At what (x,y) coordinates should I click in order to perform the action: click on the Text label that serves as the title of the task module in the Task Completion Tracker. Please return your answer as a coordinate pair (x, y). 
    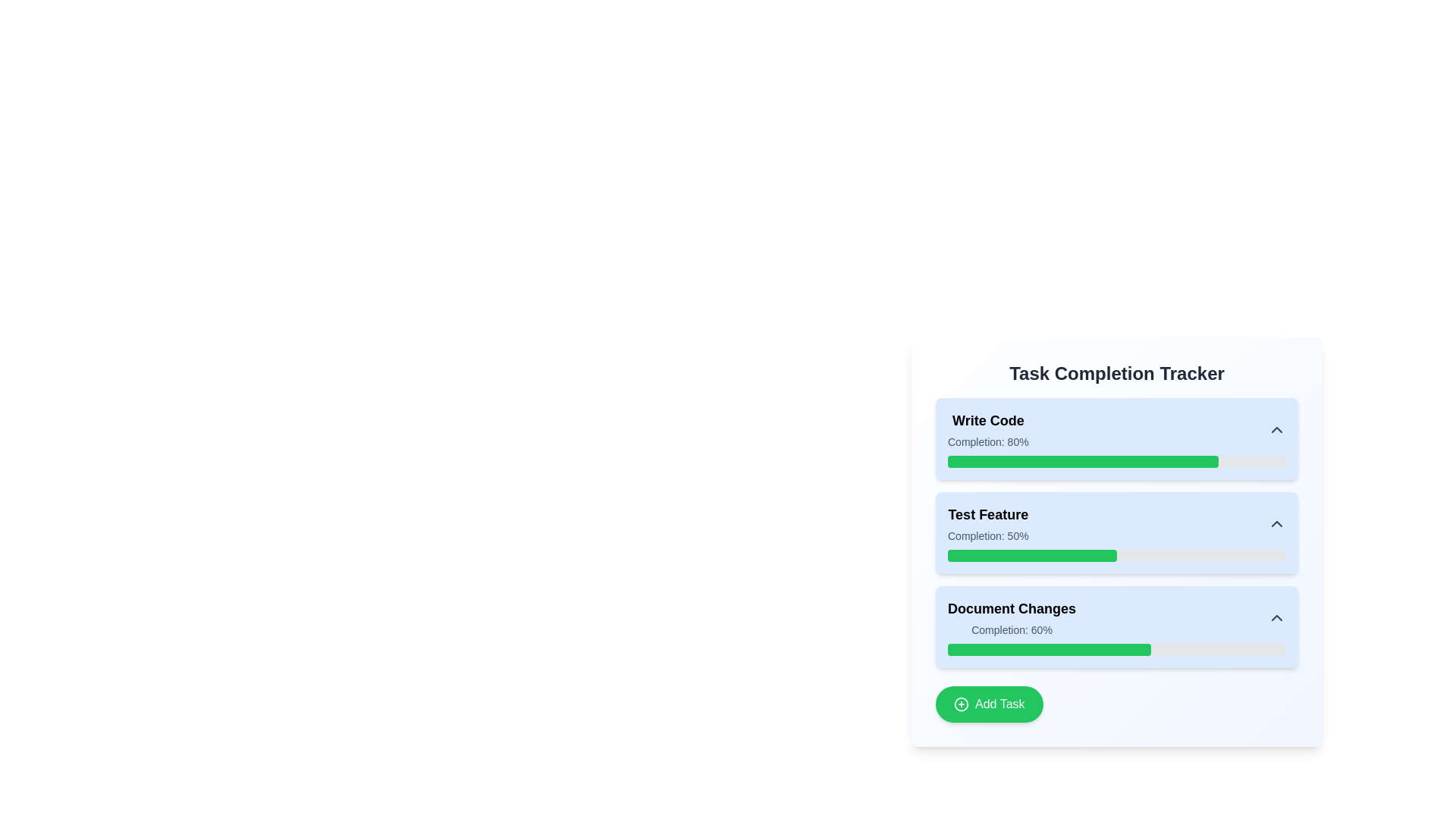
    Looking at the image, I should click on (988, 421).